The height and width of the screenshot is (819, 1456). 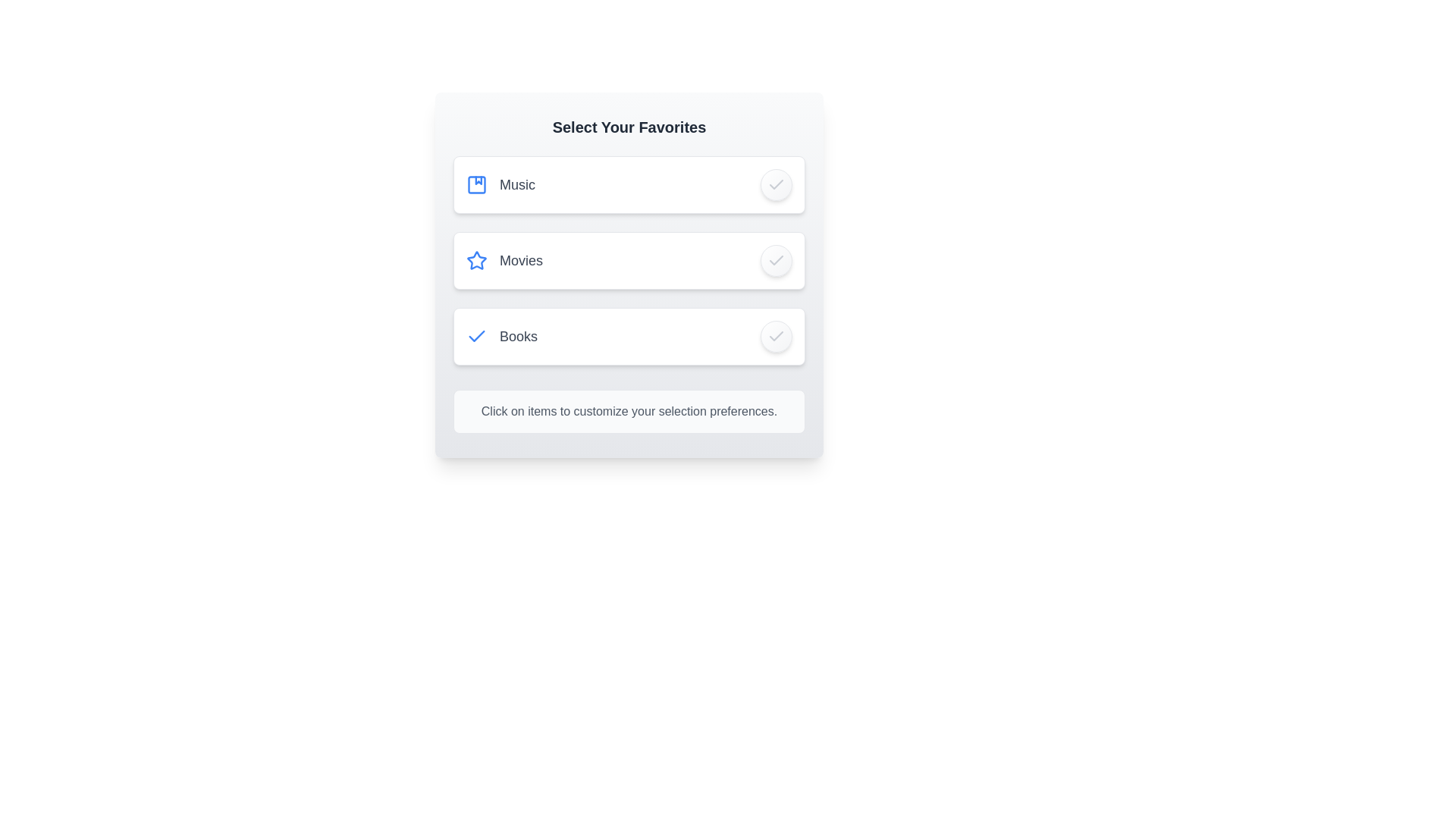 What do you see at coordinates (517, 184) in the screenshot?
I see `the static text label displaying 'Music', which is positioned to the right of an album icon and to the left of a checkmark icon` at bounding box center [517, 184].